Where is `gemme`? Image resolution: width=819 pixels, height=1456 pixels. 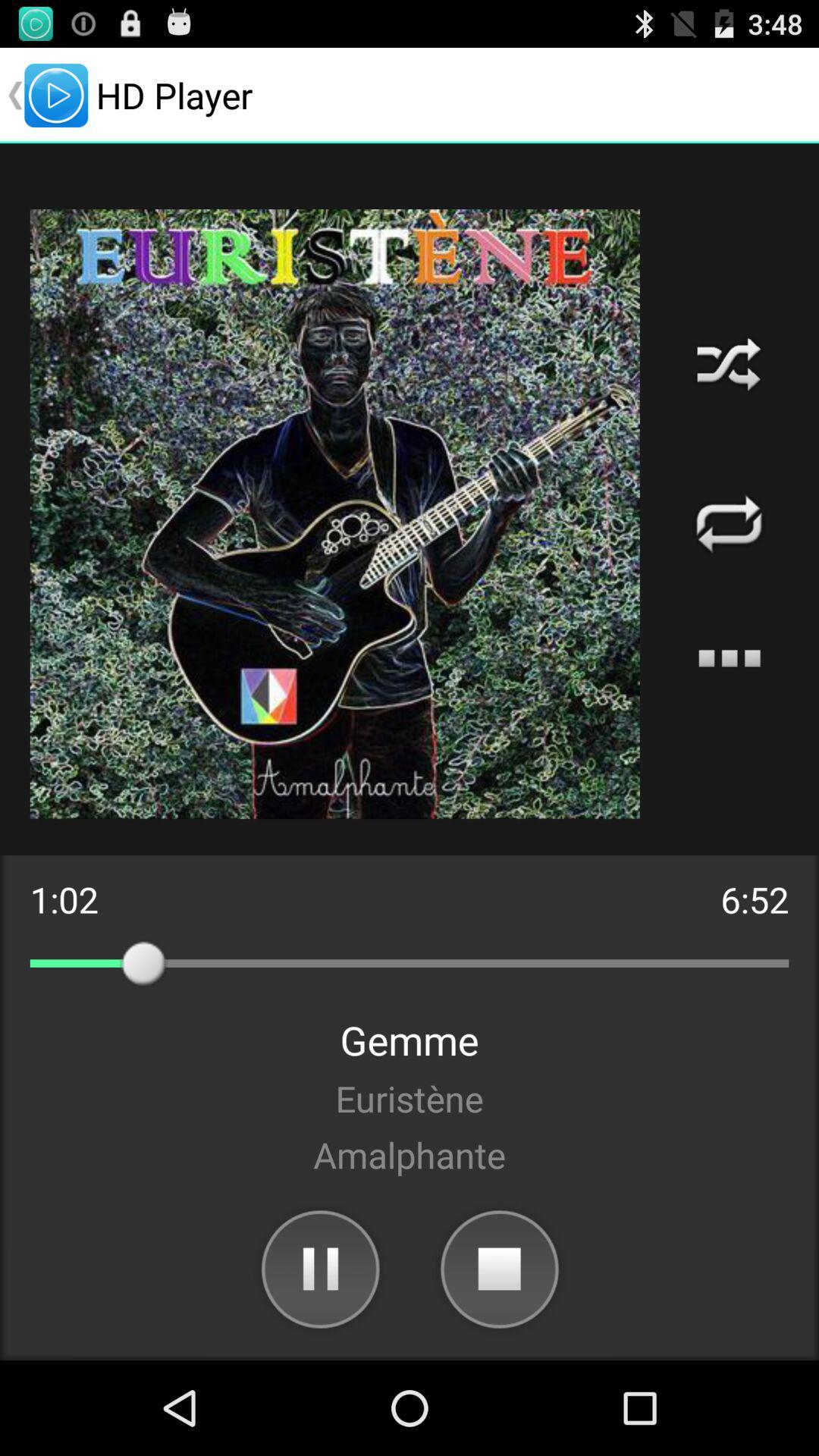
gemme is located at coordinates (409, 1039).